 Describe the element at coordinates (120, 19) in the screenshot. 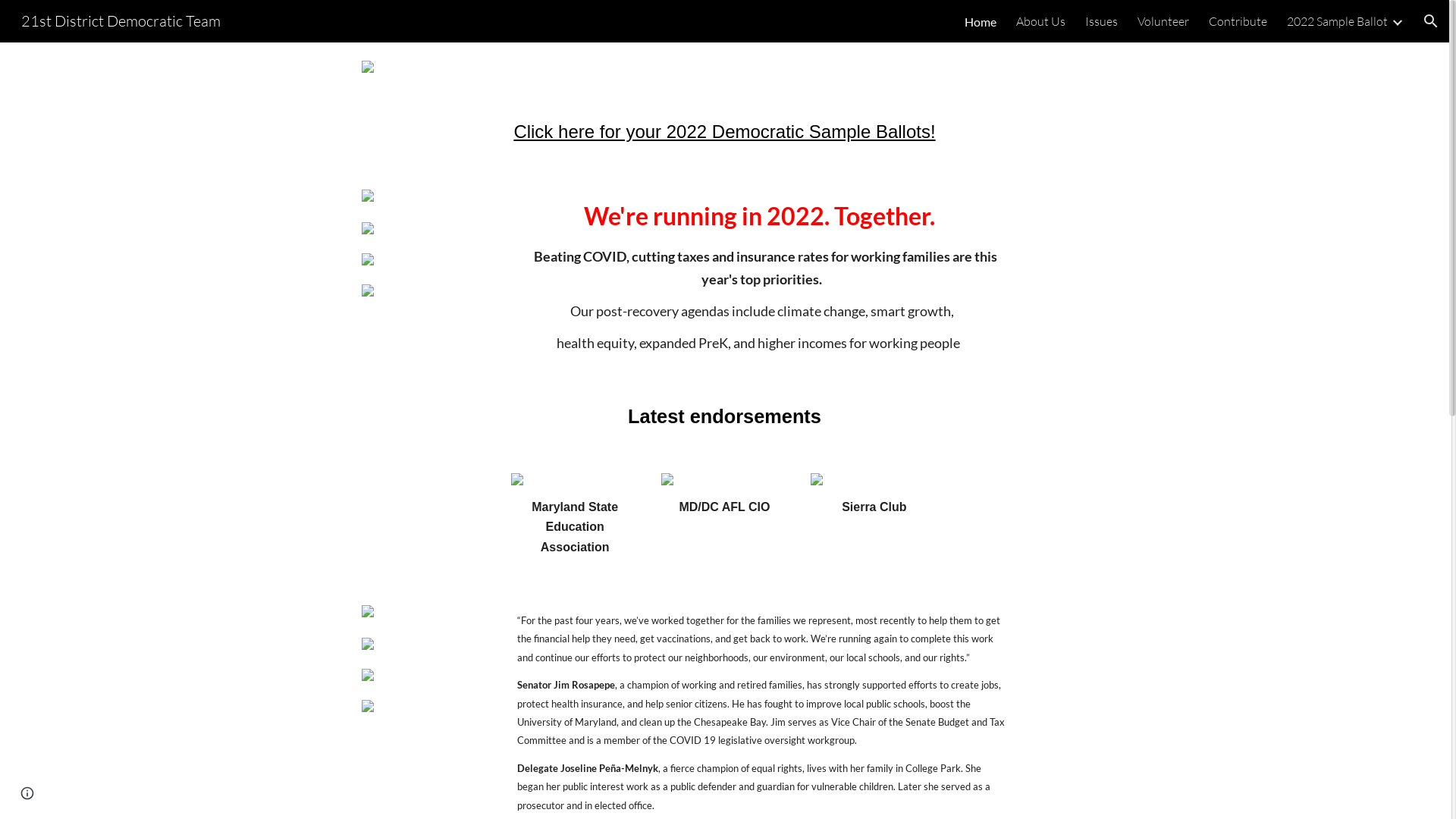

I see `'21st District Democratic Team'` at that location.